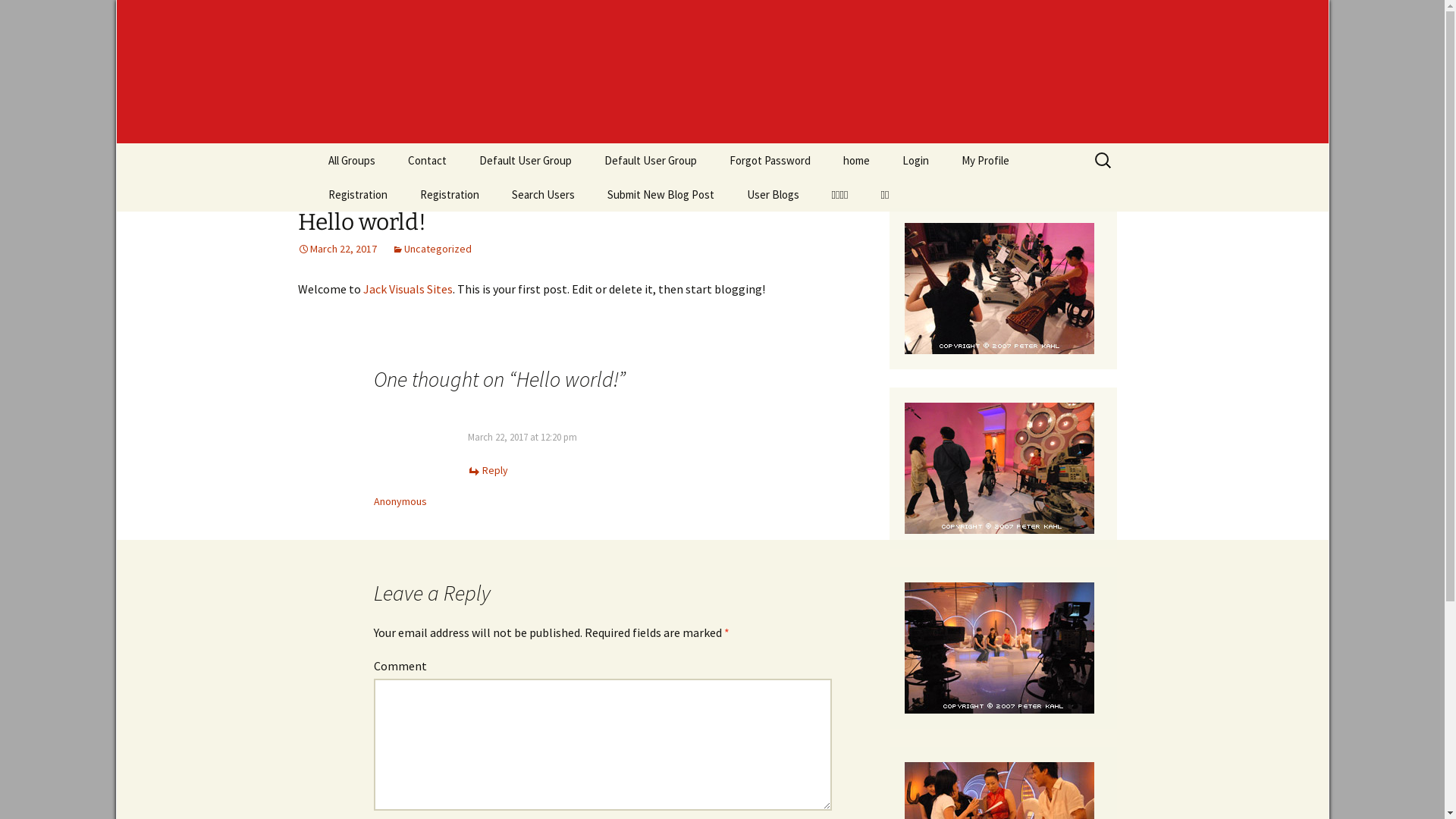 Image resolution: width=1456 pixels, height=819 pixels. Describe the element at coordinates (312, 143) in the screenshot. I see `'Skip to content'` at that location.